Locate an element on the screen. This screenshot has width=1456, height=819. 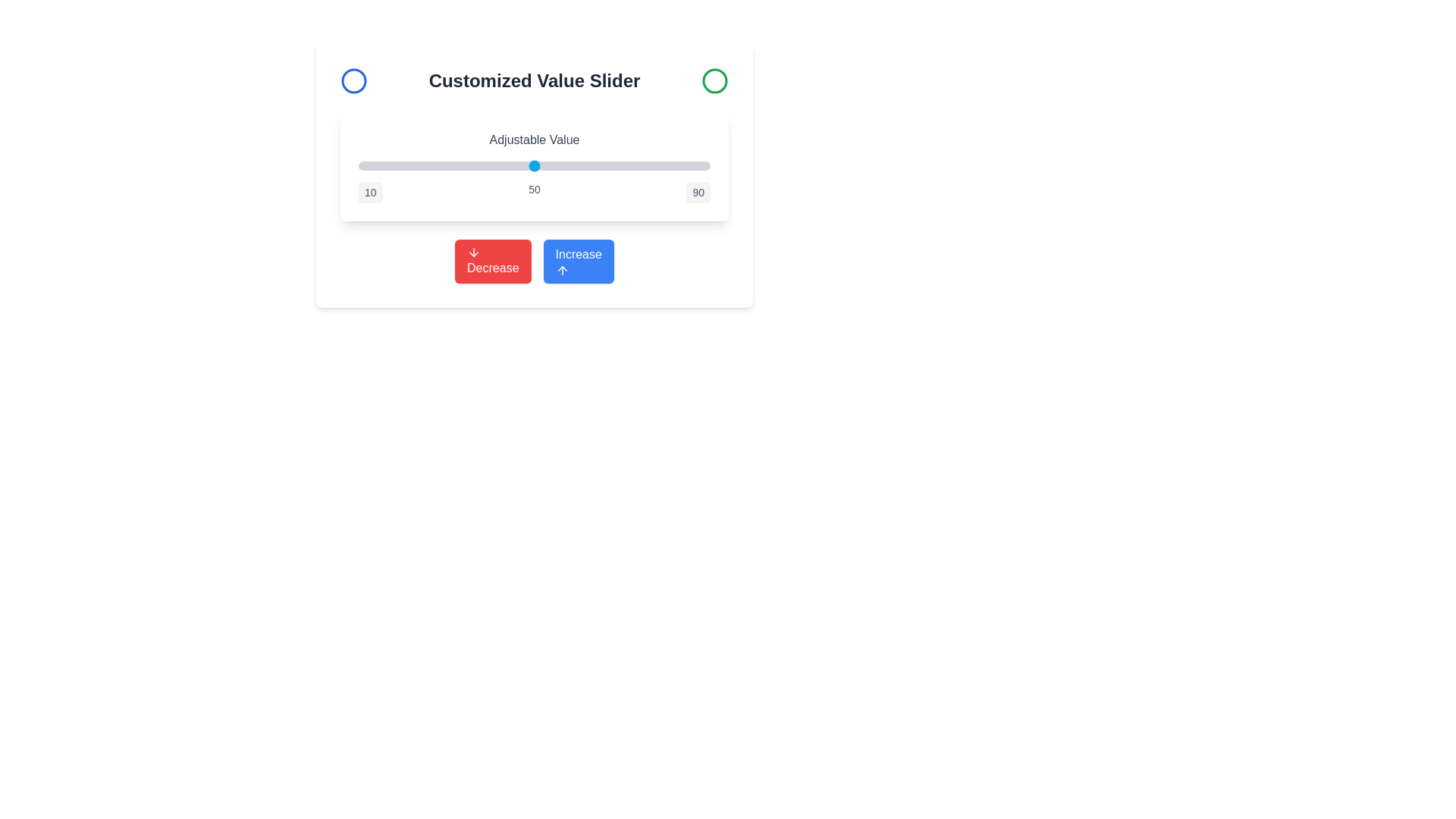
the knob of the Seekbar or Range Slider labeled 'Adjustable Value' is located at coordinates (535, 166).